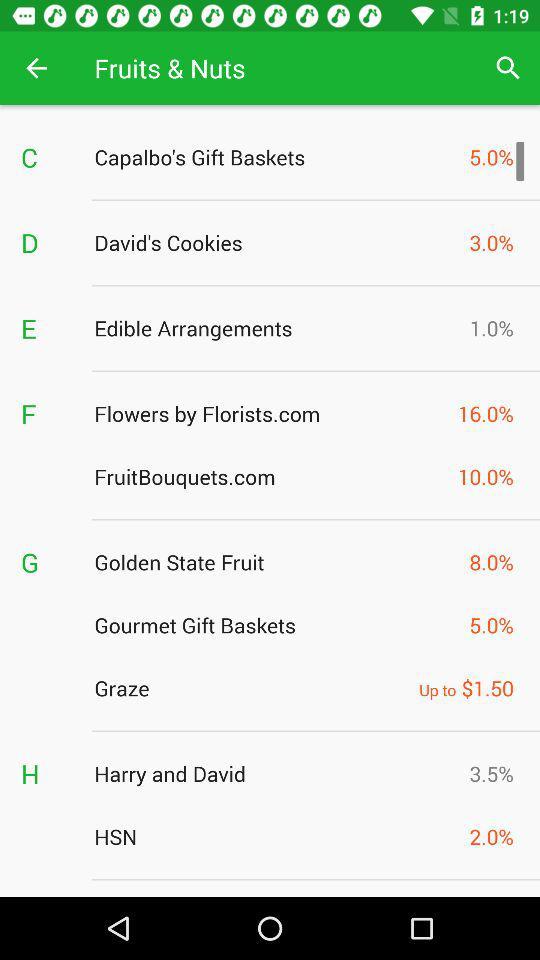  I want to click on app next to fruits & nuts icon, so click(508, 68).